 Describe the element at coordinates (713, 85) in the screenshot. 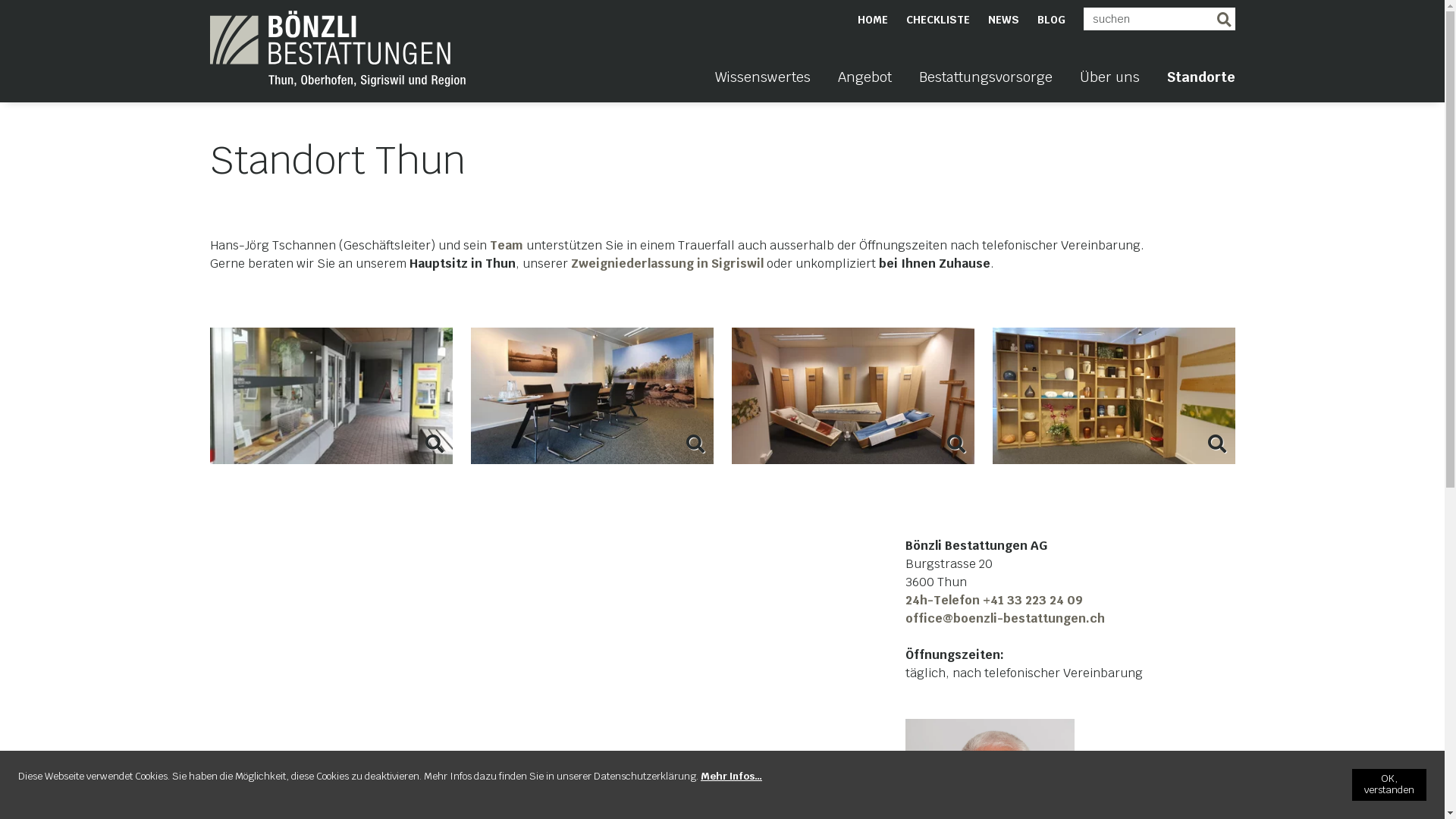

I see `'Wissenswertes'` at that location.